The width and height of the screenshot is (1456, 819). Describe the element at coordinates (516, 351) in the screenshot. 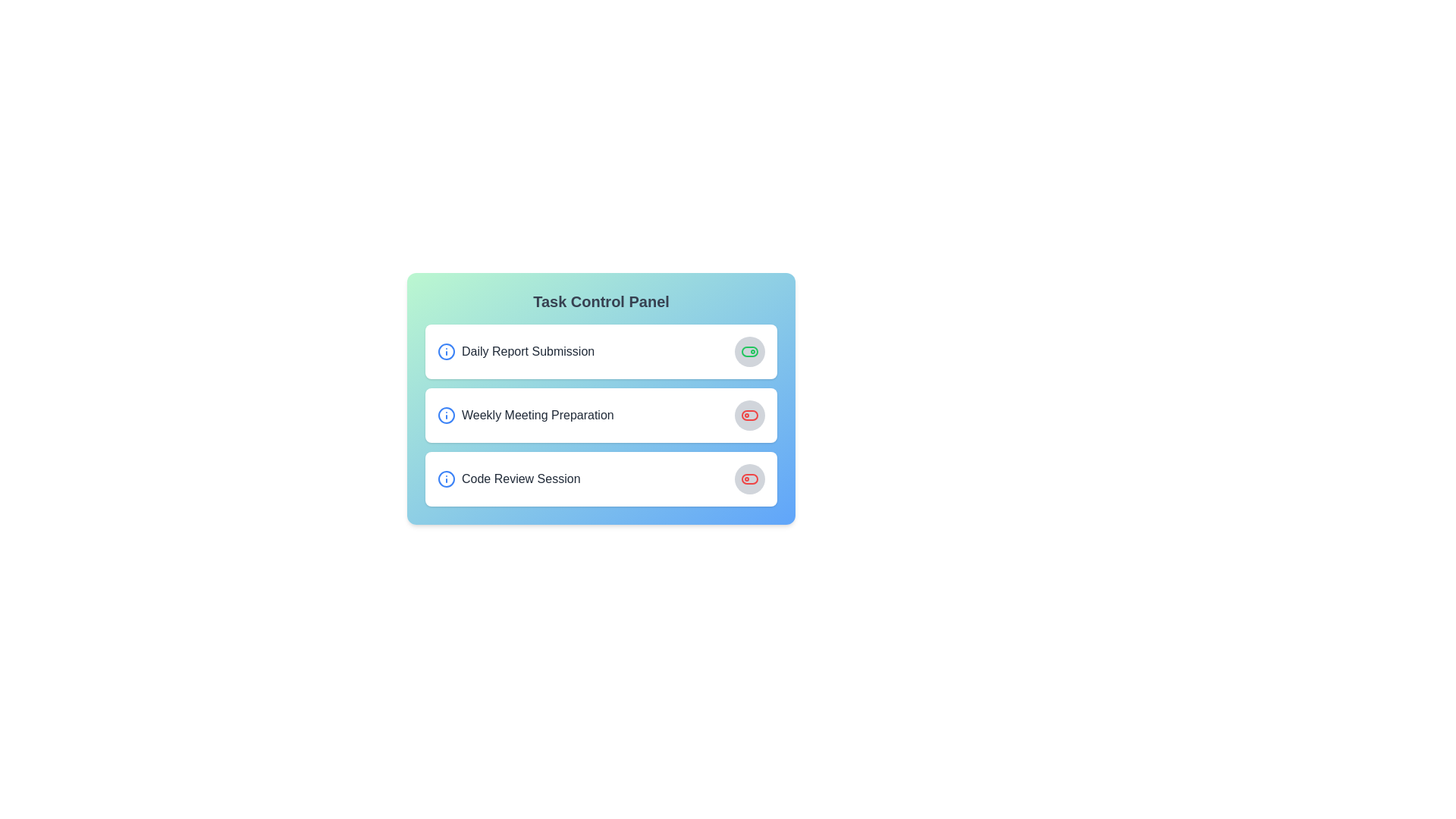

I see `the text label element that identifies the 'Daily Report Submission' task in the Task Control Panel` at that location.